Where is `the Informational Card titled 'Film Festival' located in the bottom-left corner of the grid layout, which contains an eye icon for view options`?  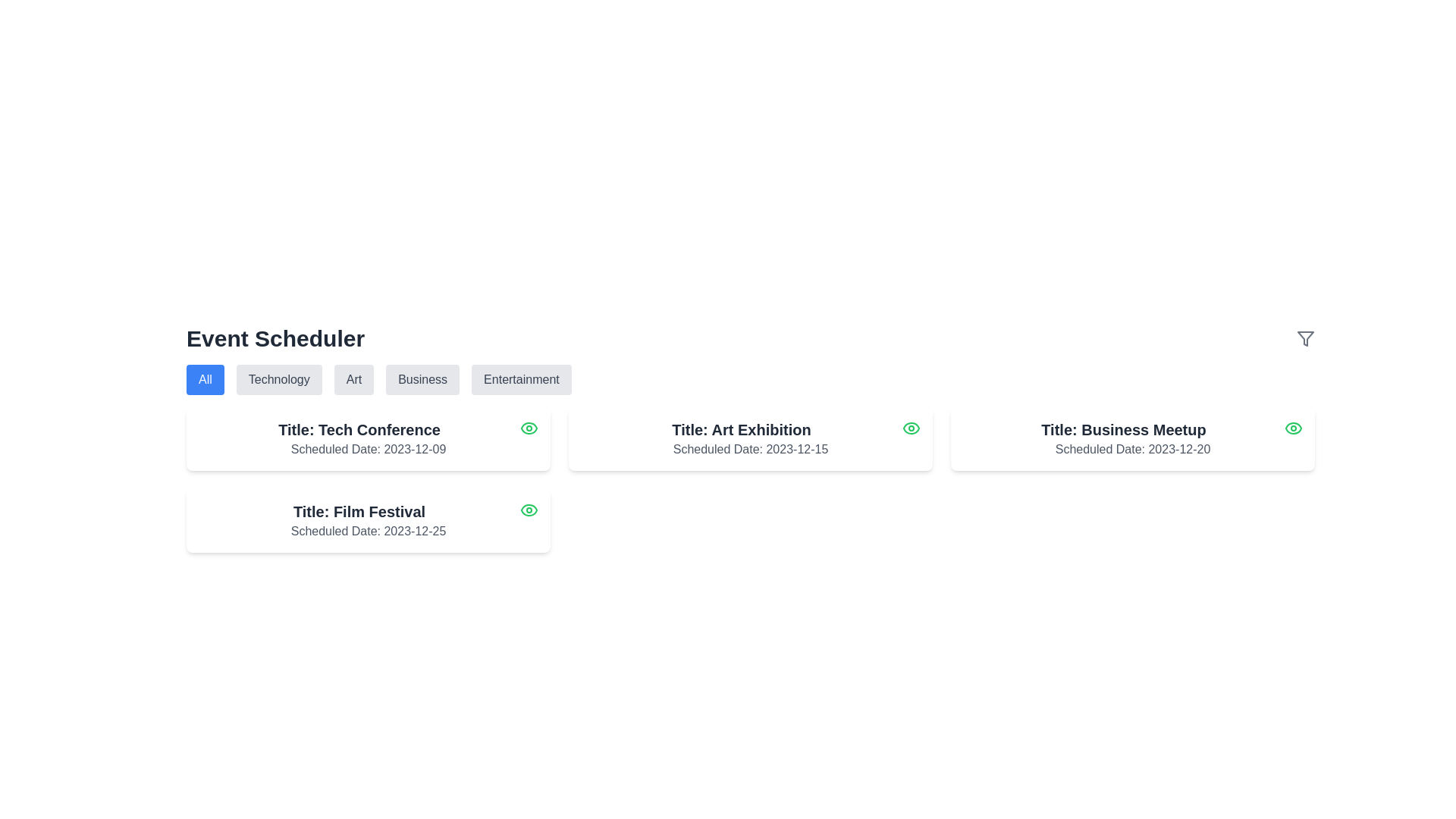 the Informational Card titled 'Film Festival' located in the bottom-left corner of the grid layout, which contains an eye icon for view options is located at coordinates (368, 519).